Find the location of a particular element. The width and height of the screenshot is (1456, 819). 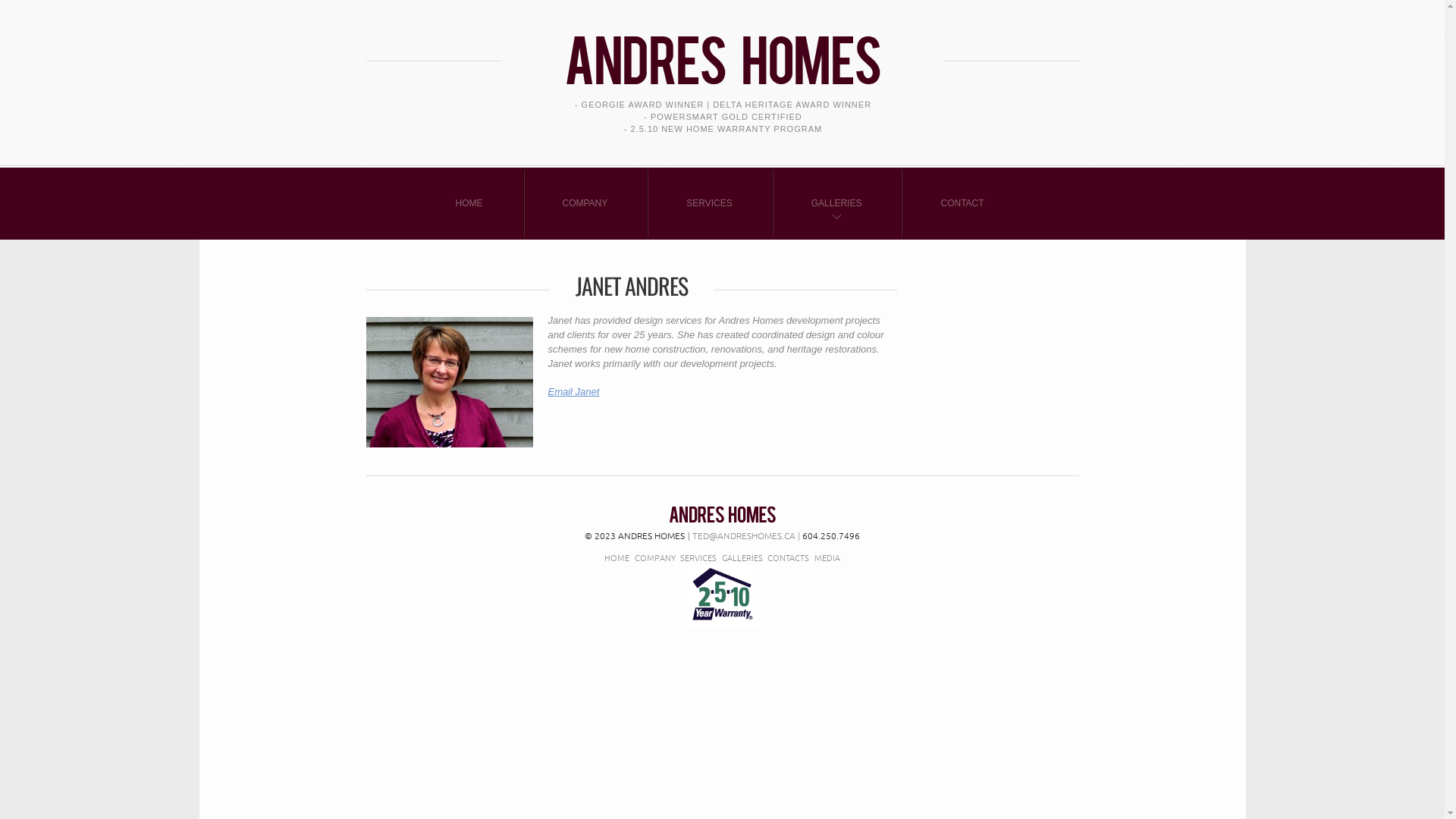

'MEDIA' is located at coordinates (826, 557).